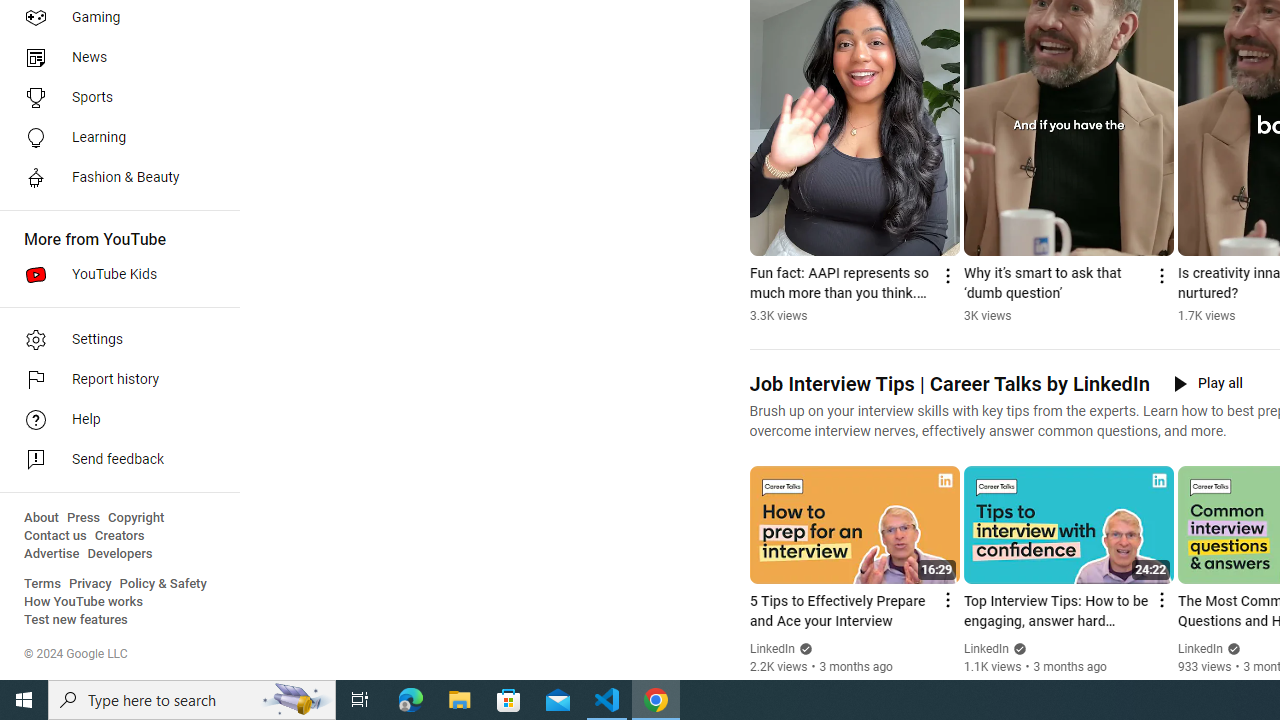 Image resolution: width=1280 pixels, height=720 pixels. What do you see at coordinates (89, 584) in the screenshot?
I see `'Privacy'` at bounding box center [89, 584].